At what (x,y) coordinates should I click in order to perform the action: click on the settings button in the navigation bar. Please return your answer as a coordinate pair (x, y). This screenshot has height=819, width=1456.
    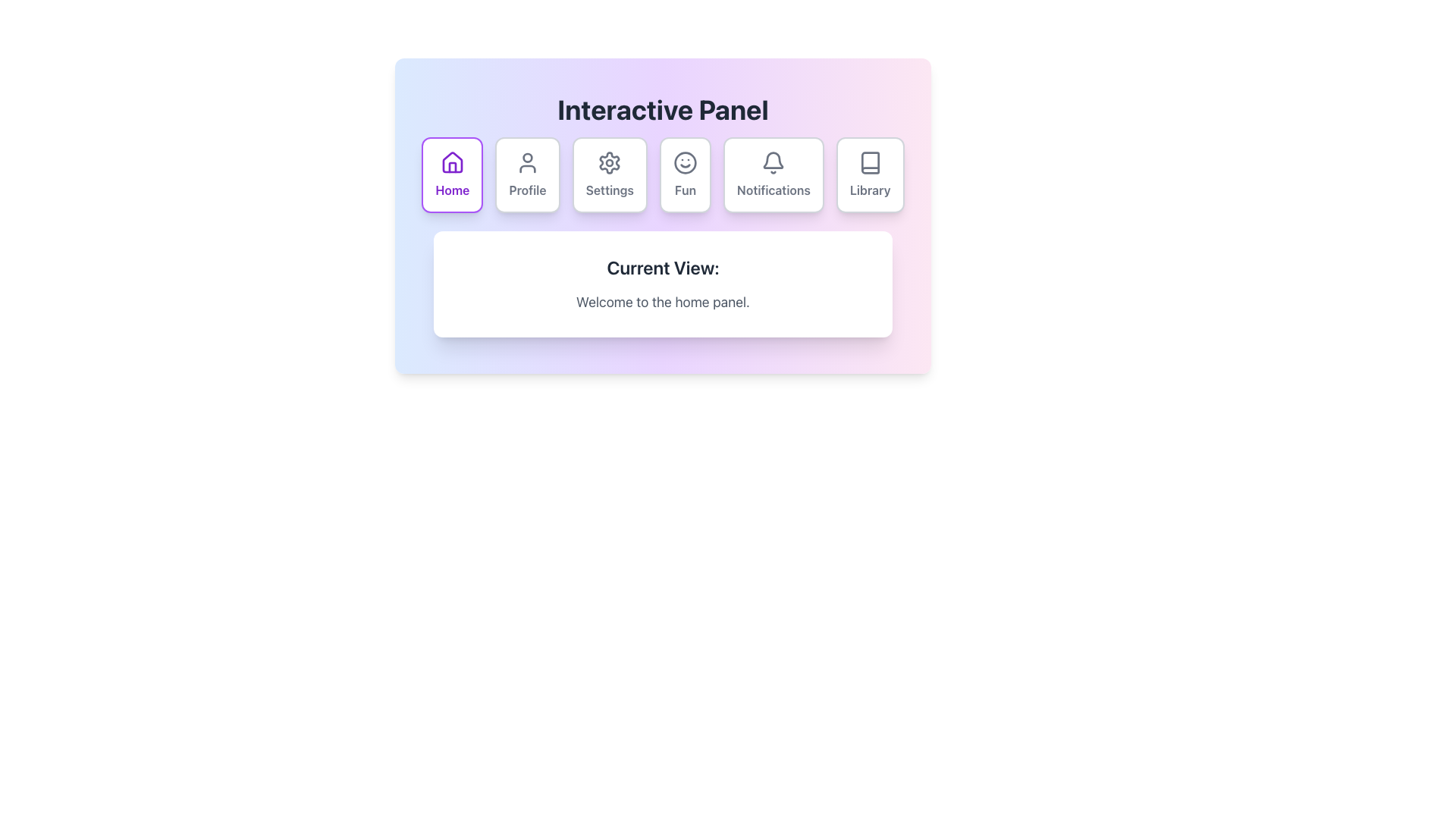
    Looking at the image, I should click on (610, 174).